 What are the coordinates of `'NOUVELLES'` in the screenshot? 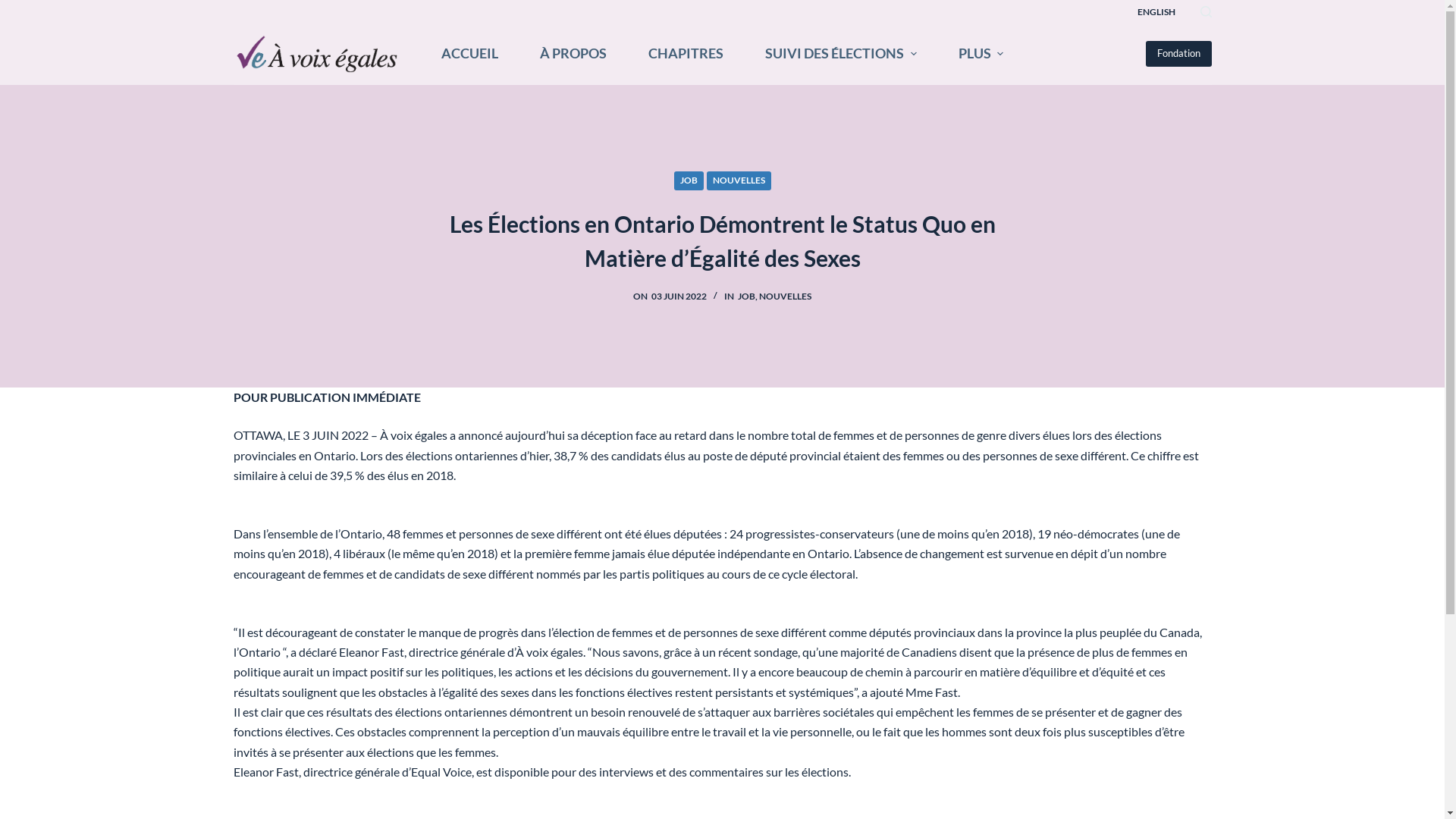 It's located at (785, 296).